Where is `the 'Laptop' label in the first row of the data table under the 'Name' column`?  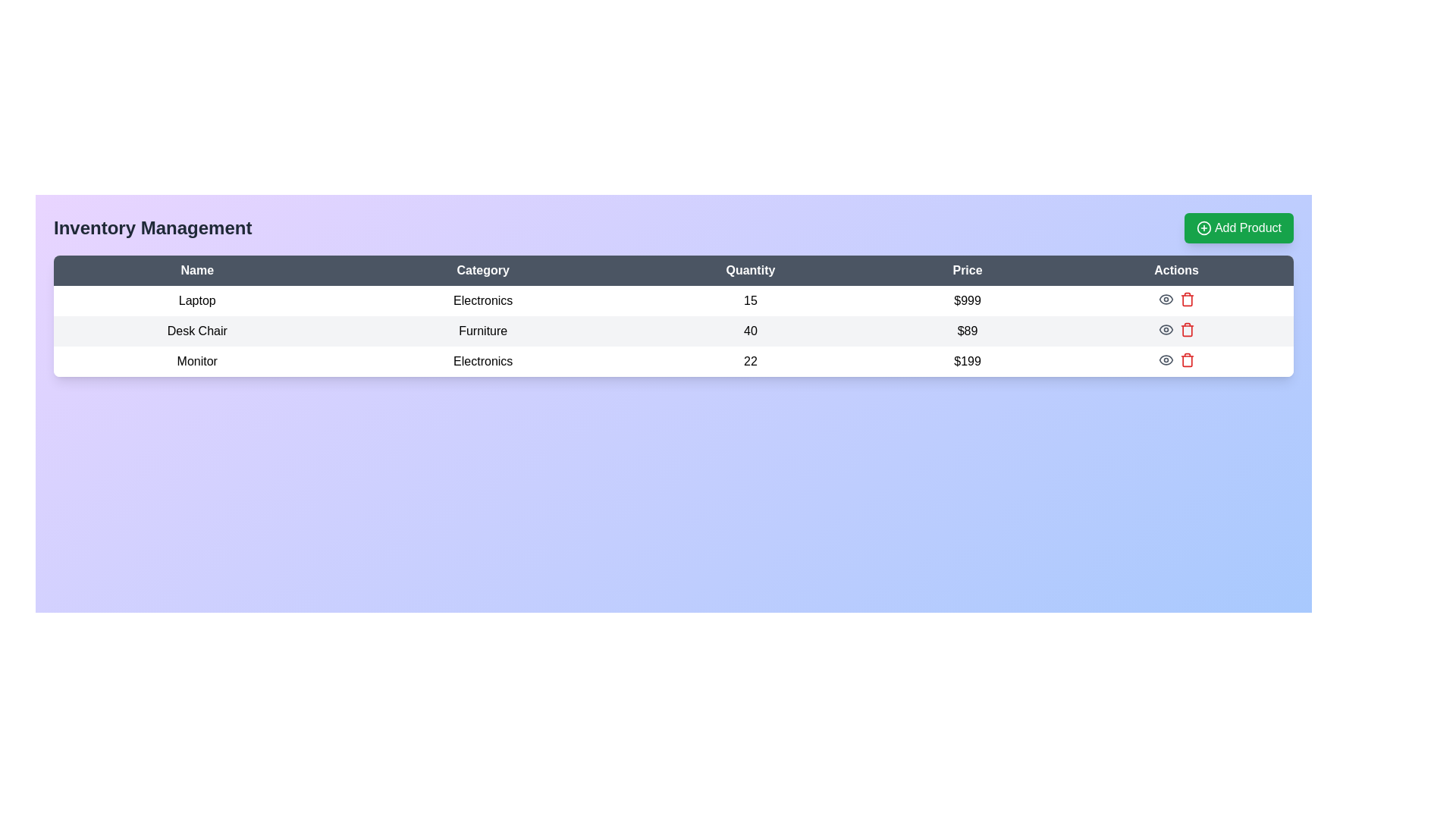
the 'Laptop' label in the first row of the data table under the 'Name' column is located at coordinates (196, 301).